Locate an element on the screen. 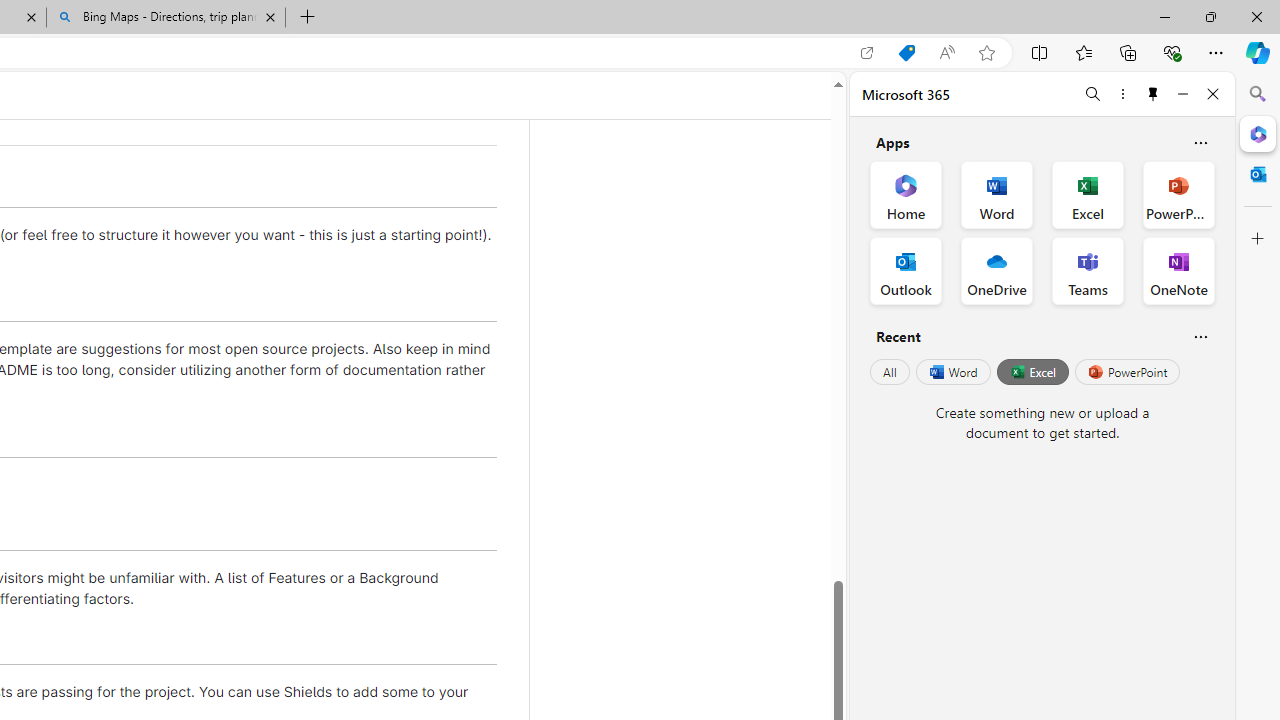  'Home Office App' is located at coordinates (905, 195).